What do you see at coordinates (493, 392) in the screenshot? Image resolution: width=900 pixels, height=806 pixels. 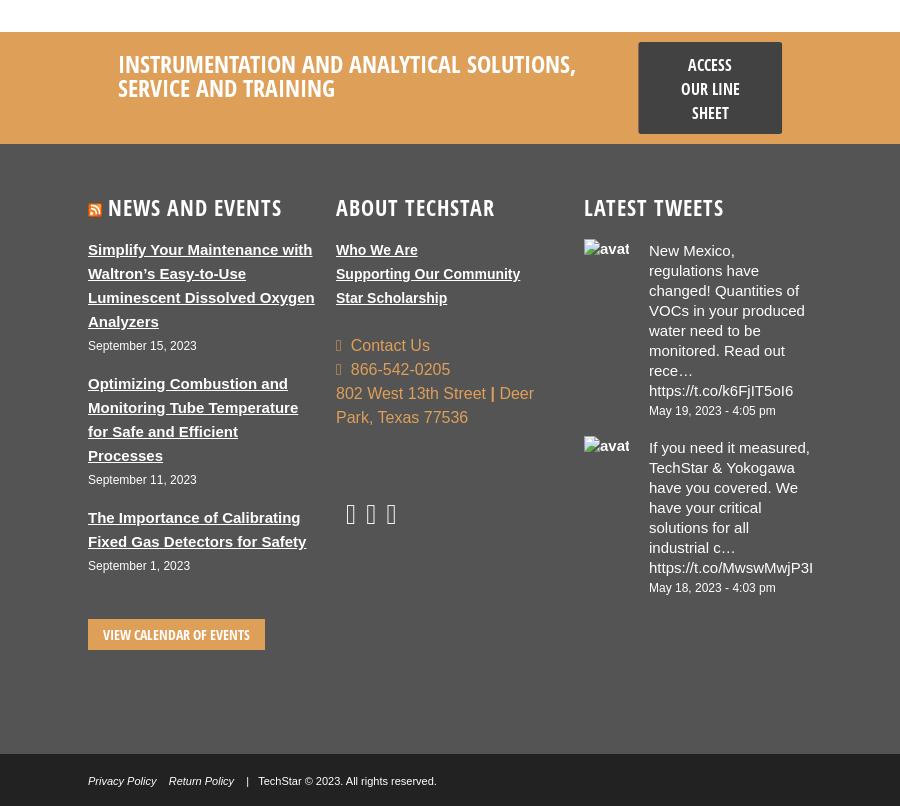 I see `'|'` at bounding box center [493, 392].